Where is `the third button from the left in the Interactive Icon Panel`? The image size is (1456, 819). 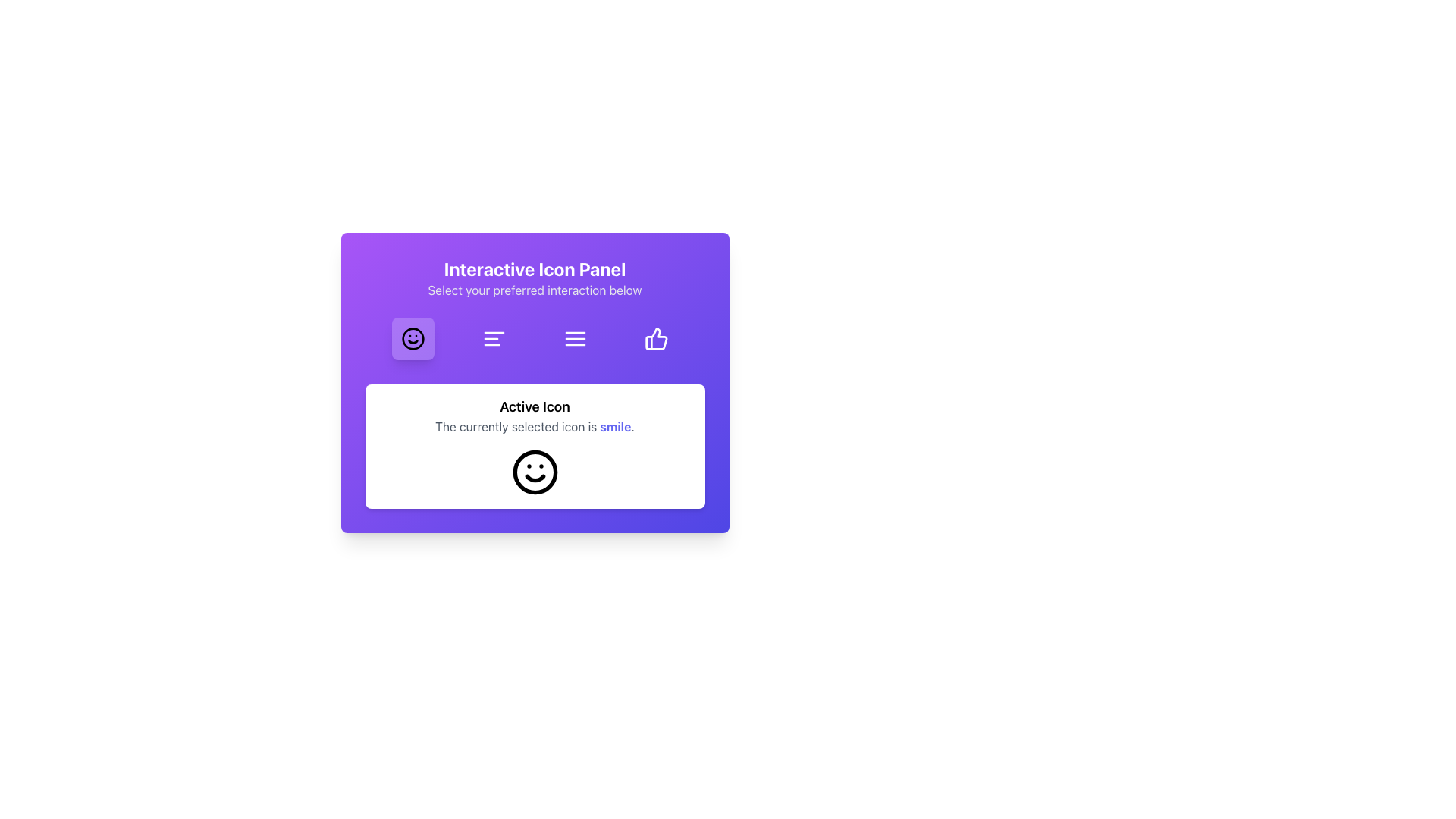 the third button from the left in the Interactive Icon Panel is located at coordinates (574, 338).